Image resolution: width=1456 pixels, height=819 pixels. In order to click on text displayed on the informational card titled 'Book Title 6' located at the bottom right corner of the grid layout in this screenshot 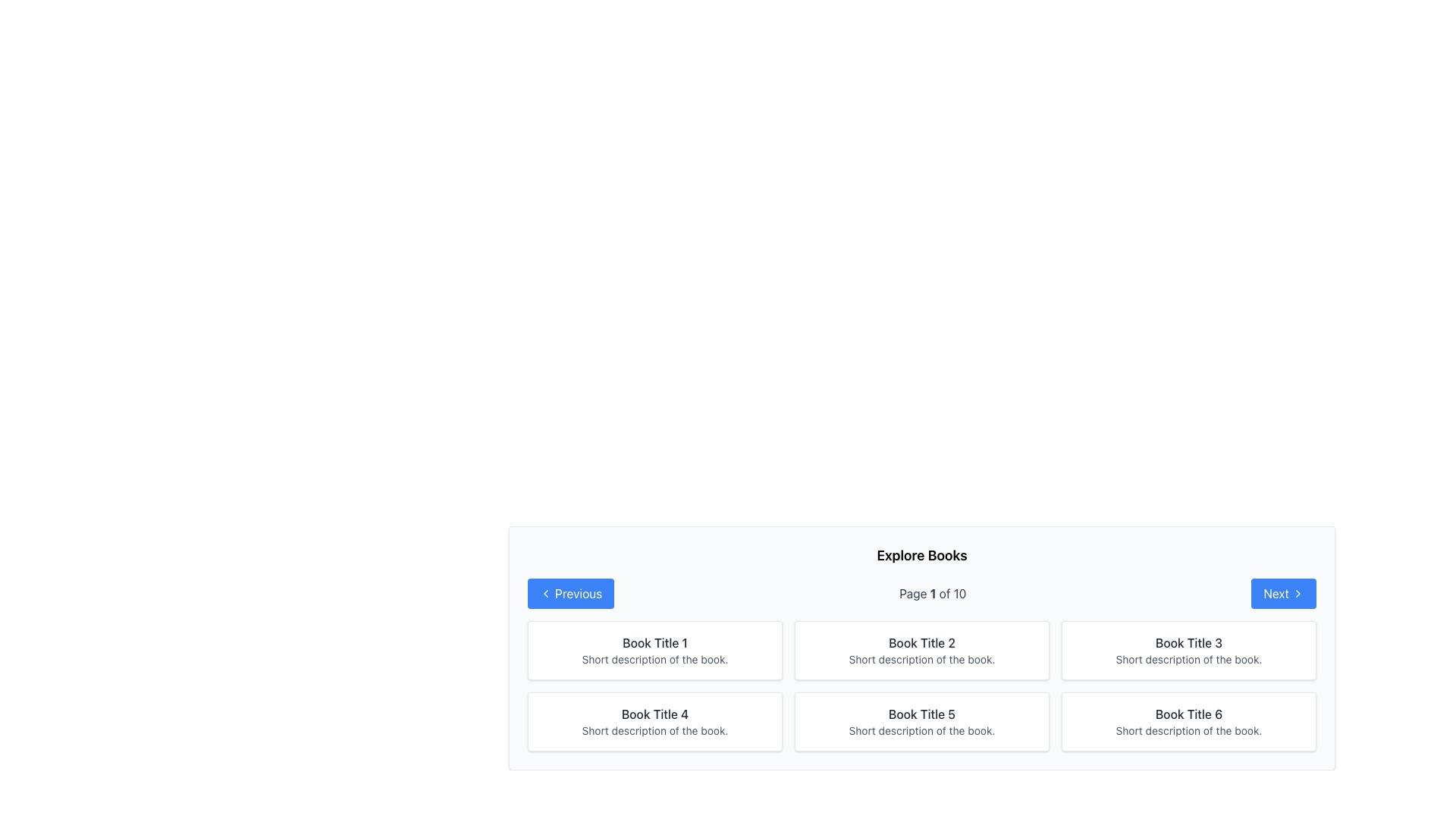, I will do `click(1188, 721)`.